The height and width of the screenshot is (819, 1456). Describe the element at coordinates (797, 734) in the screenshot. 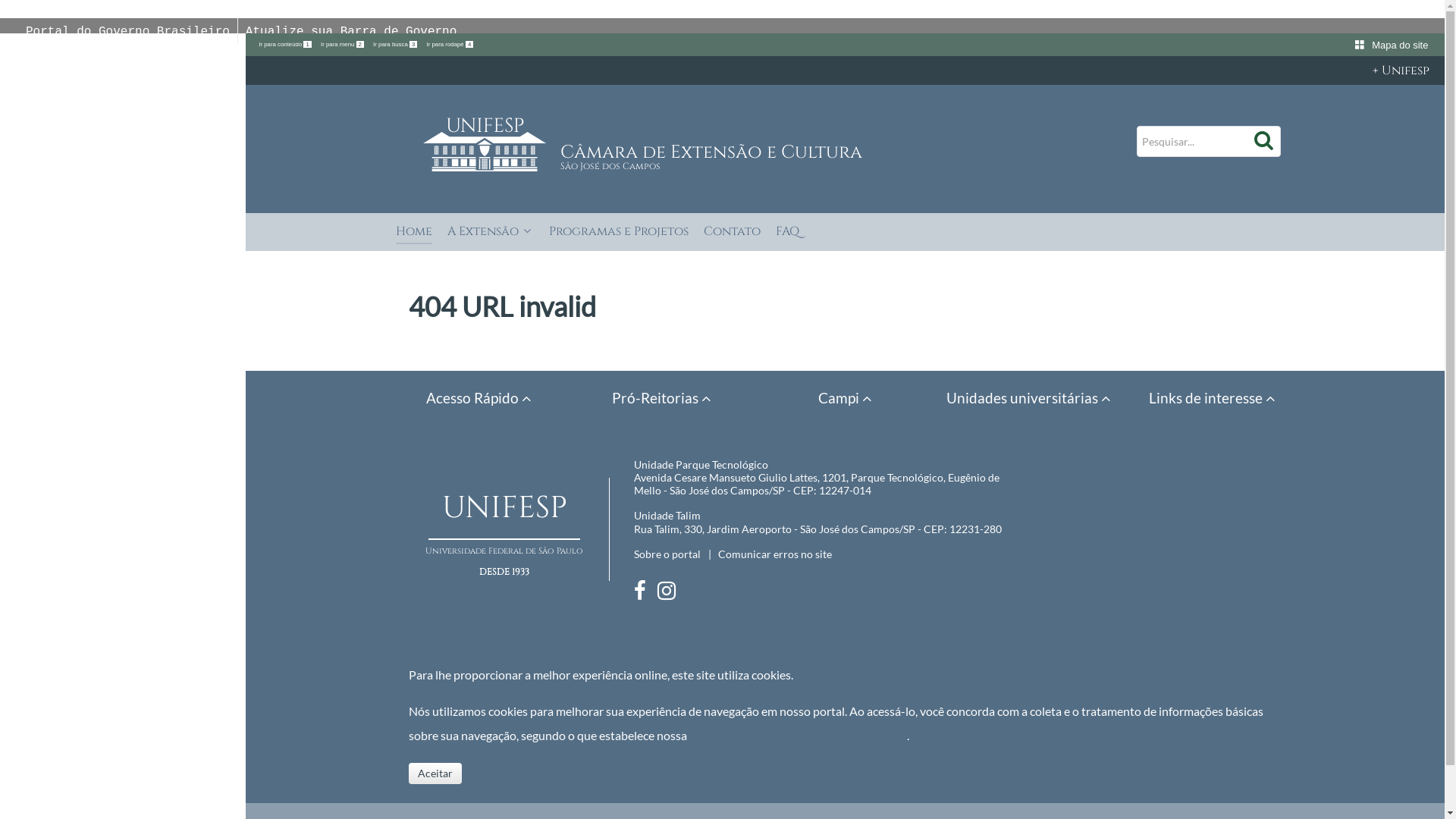

I see `'Politica de Privacidade de Dados Pessoais'` at that location.